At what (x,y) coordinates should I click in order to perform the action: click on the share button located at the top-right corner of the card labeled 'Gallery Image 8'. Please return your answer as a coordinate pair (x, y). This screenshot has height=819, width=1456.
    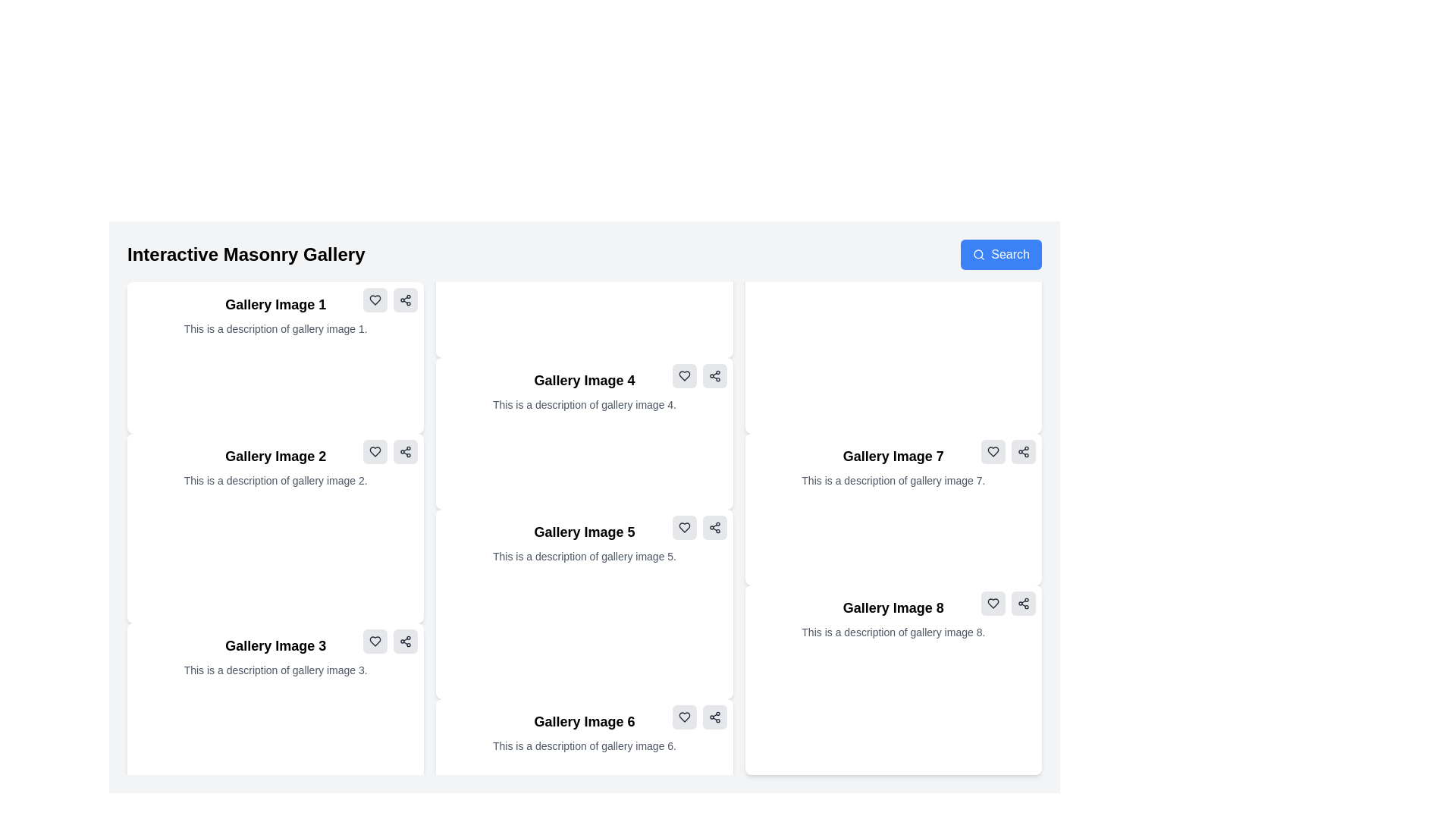
    Looking at the image, I should click on (1023, 602).